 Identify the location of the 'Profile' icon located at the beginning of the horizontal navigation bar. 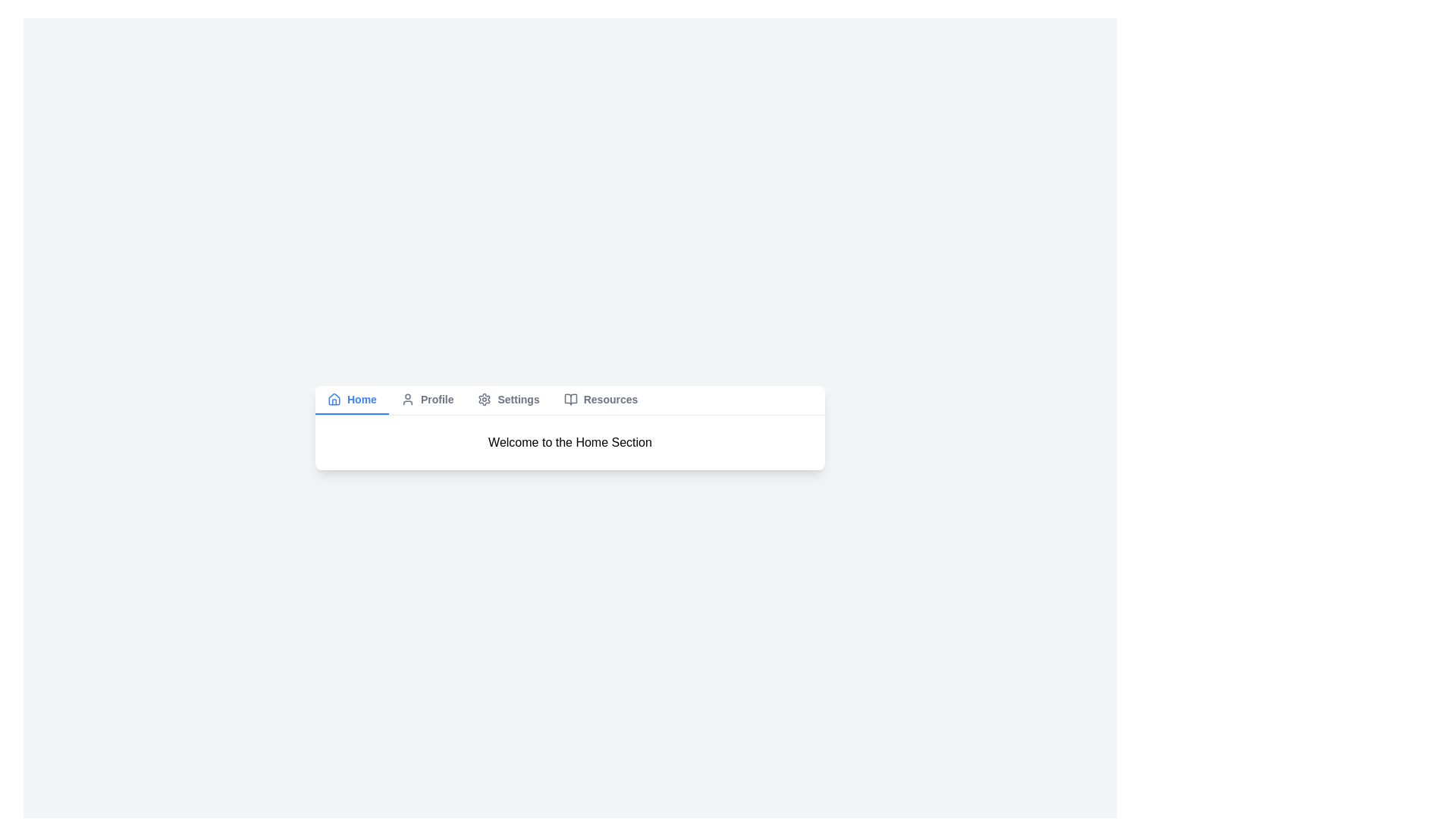
(407, 398).